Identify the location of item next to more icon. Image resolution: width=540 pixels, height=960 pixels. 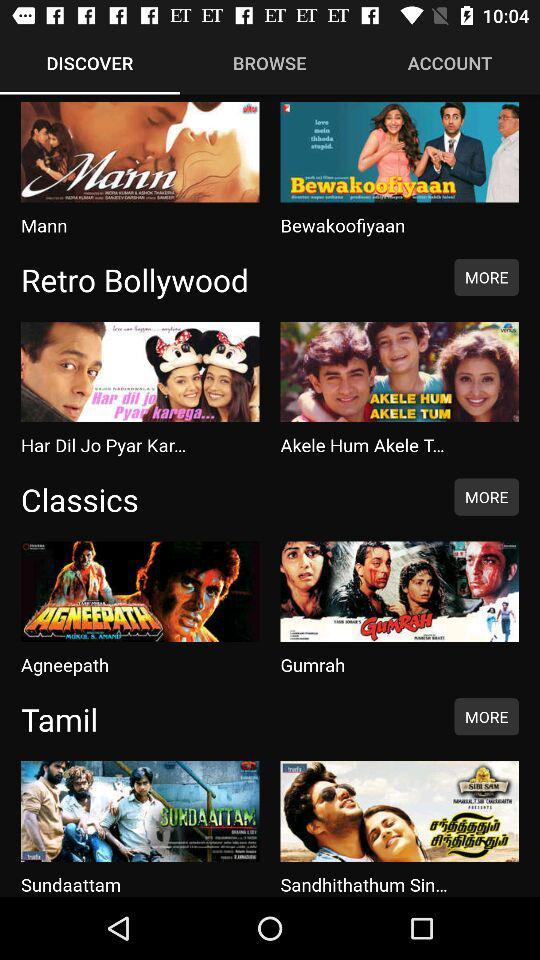
(226, 498).